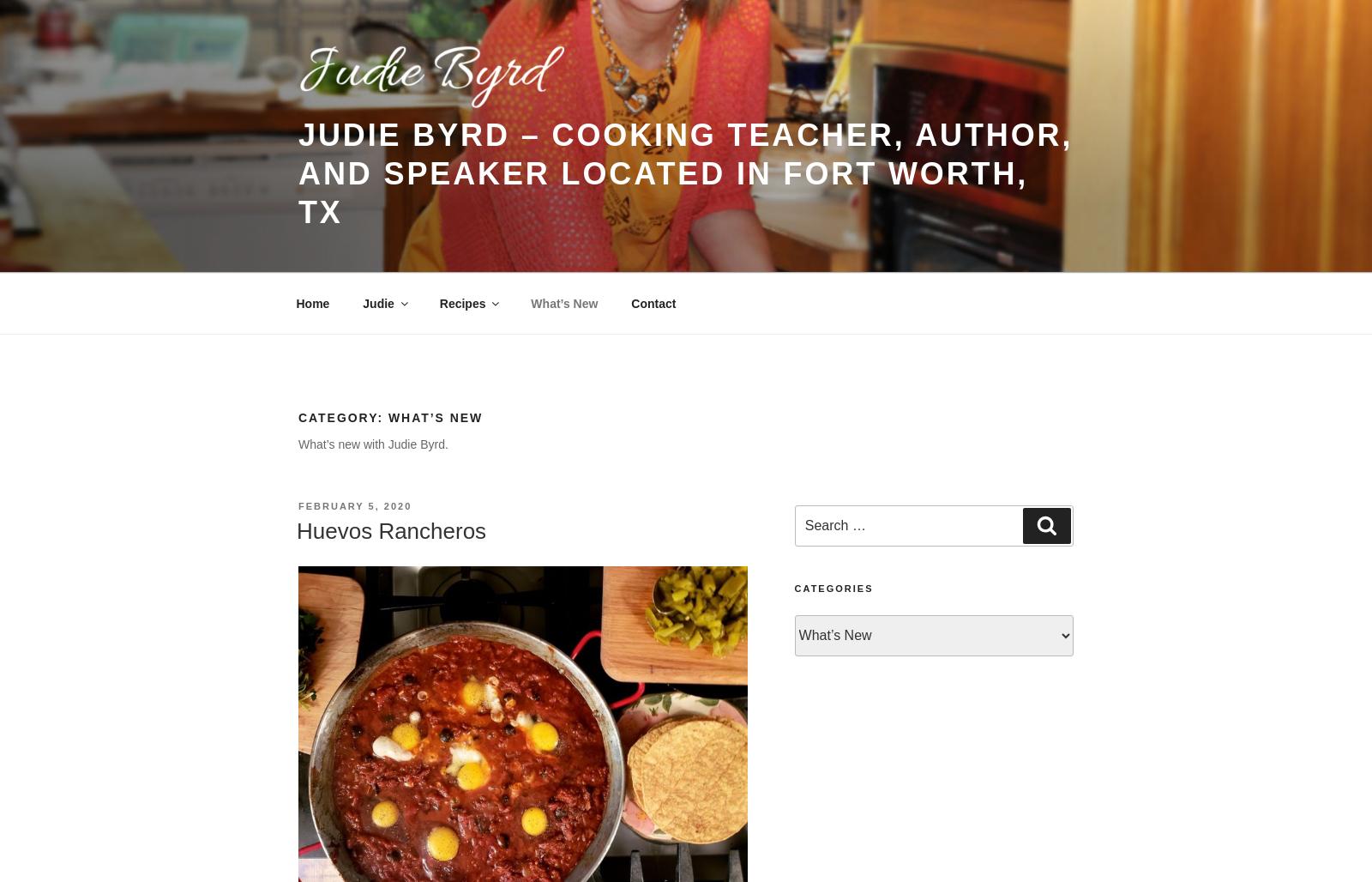 This screenshot has height=882, width=1372. Describe the element at coordinates (376, 302) in the screenshot. I see `'Judie'` at that location.